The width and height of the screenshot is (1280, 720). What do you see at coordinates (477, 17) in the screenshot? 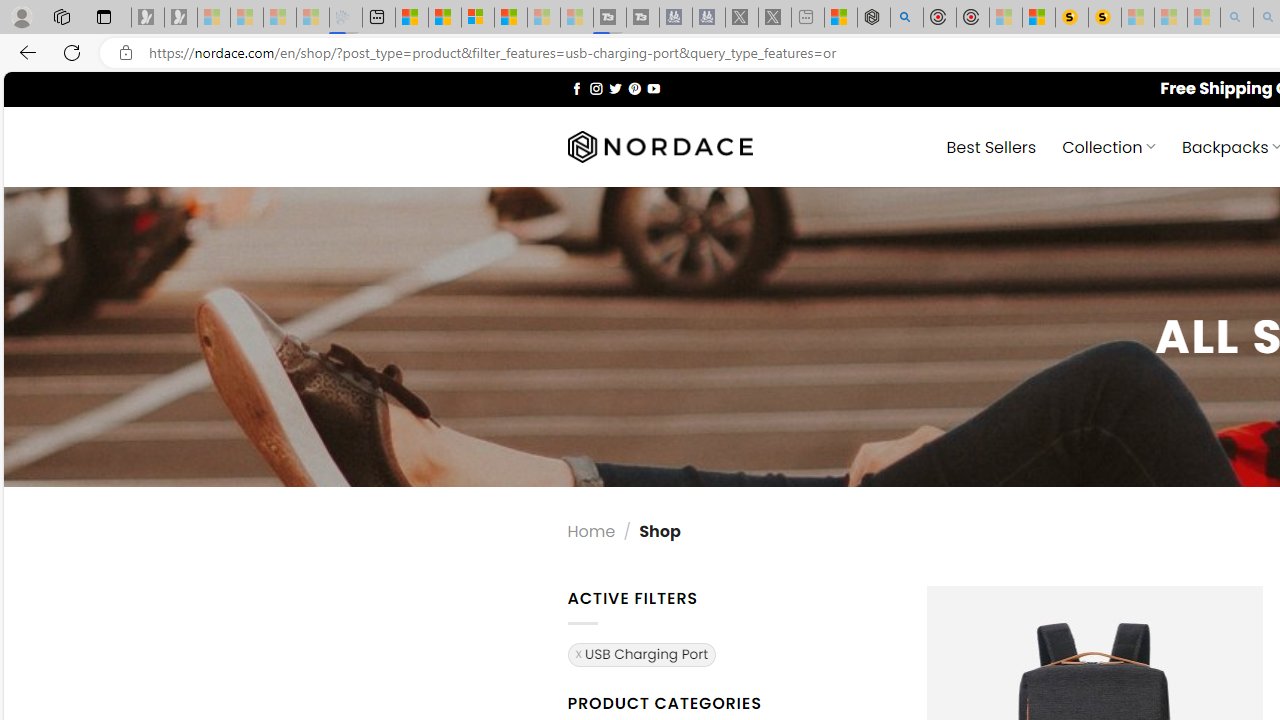
I see `'Overview'` at bounding box center [477, 17].